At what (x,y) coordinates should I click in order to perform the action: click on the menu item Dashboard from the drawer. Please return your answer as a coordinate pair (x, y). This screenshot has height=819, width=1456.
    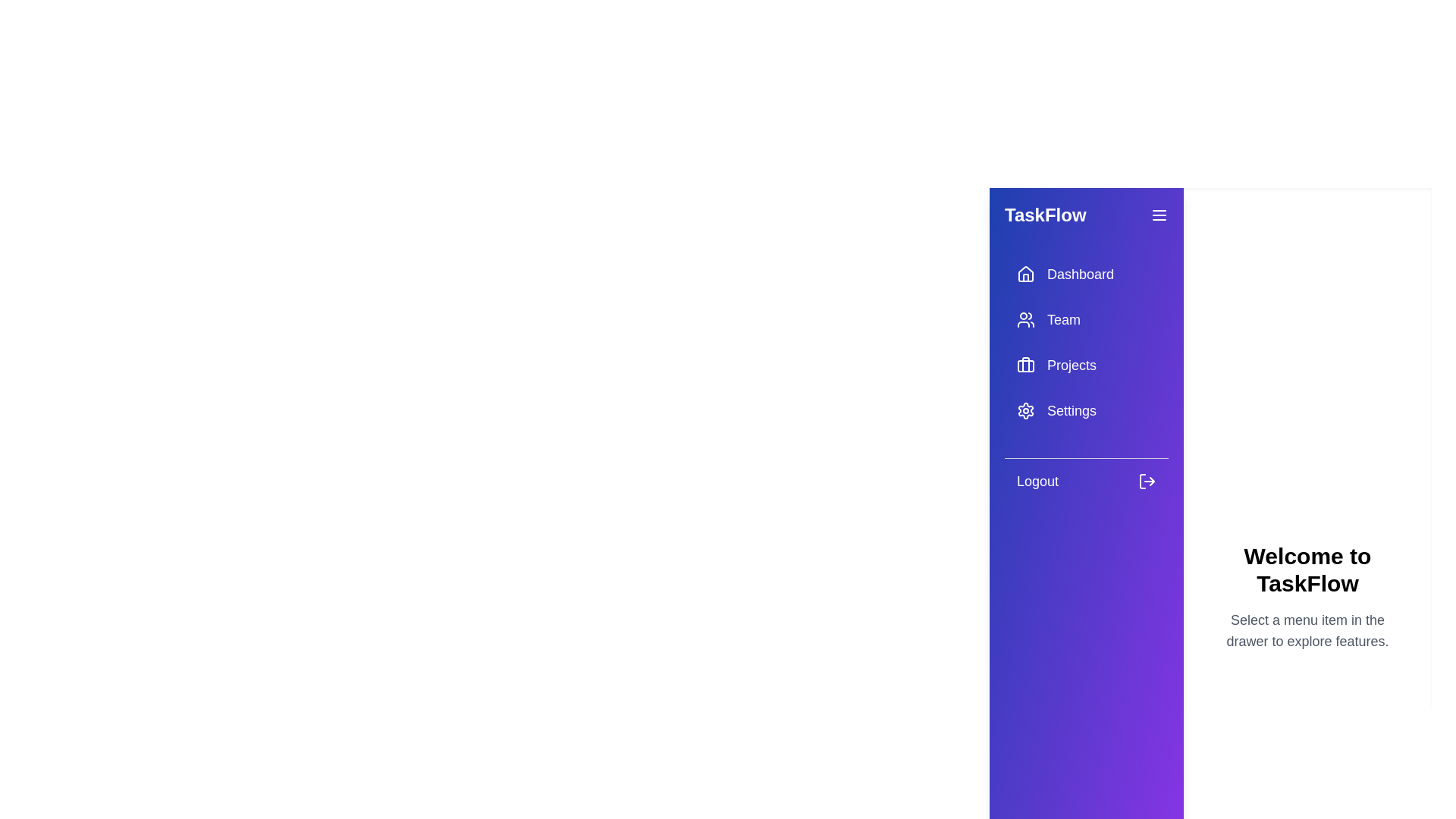
    Looking at the image, I should click on (1086, 275).